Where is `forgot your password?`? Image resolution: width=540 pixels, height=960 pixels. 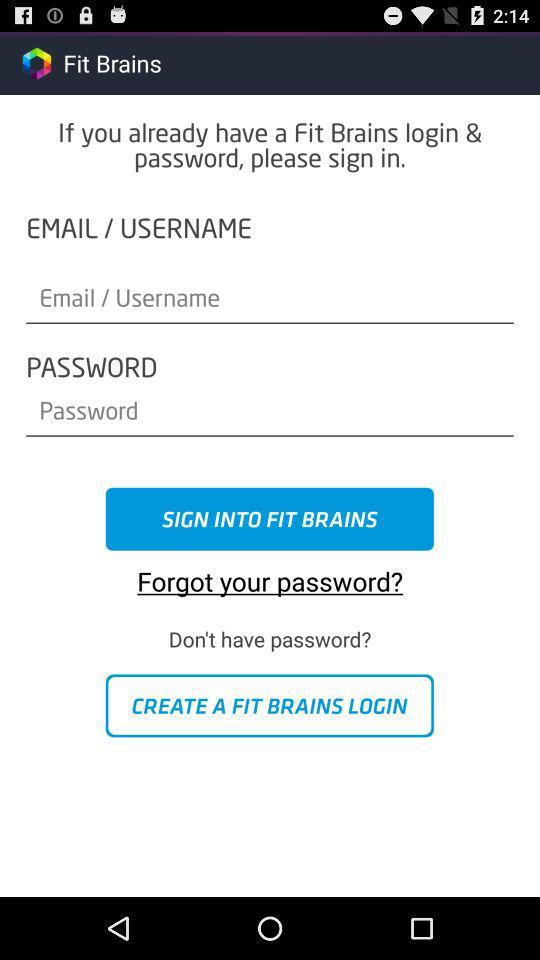
forgot your password? is located at coordinates (270, 574).